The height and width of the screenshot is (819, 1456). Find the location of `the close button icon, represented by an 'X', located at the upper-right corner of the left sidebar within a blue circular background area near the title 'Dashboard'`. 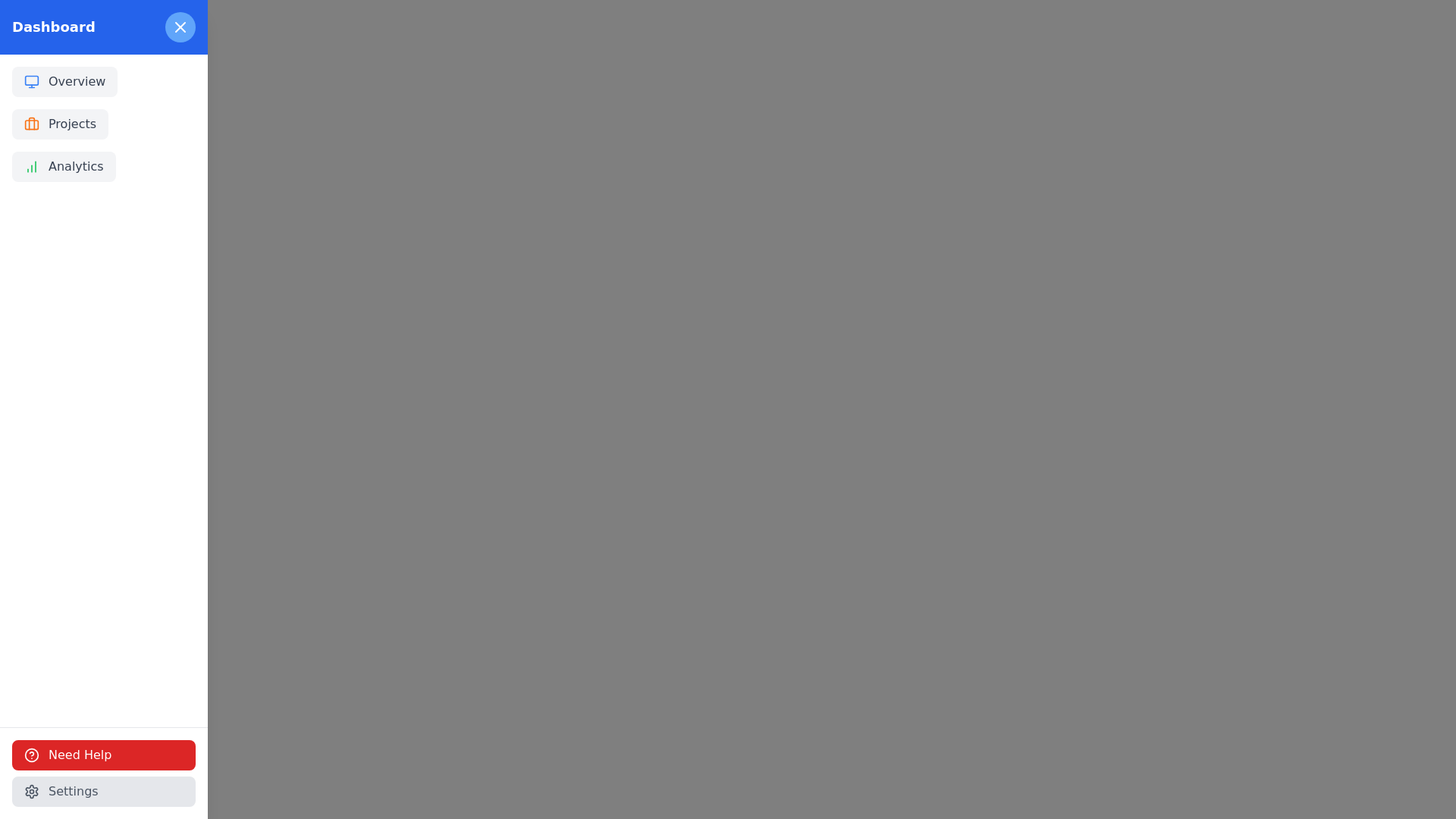

the close button icon, represented by an 'X', located at the upper-right corner of the left sidebar within a blue circular background area near the title 'Dashboard' is located at coordinates (180, 27).